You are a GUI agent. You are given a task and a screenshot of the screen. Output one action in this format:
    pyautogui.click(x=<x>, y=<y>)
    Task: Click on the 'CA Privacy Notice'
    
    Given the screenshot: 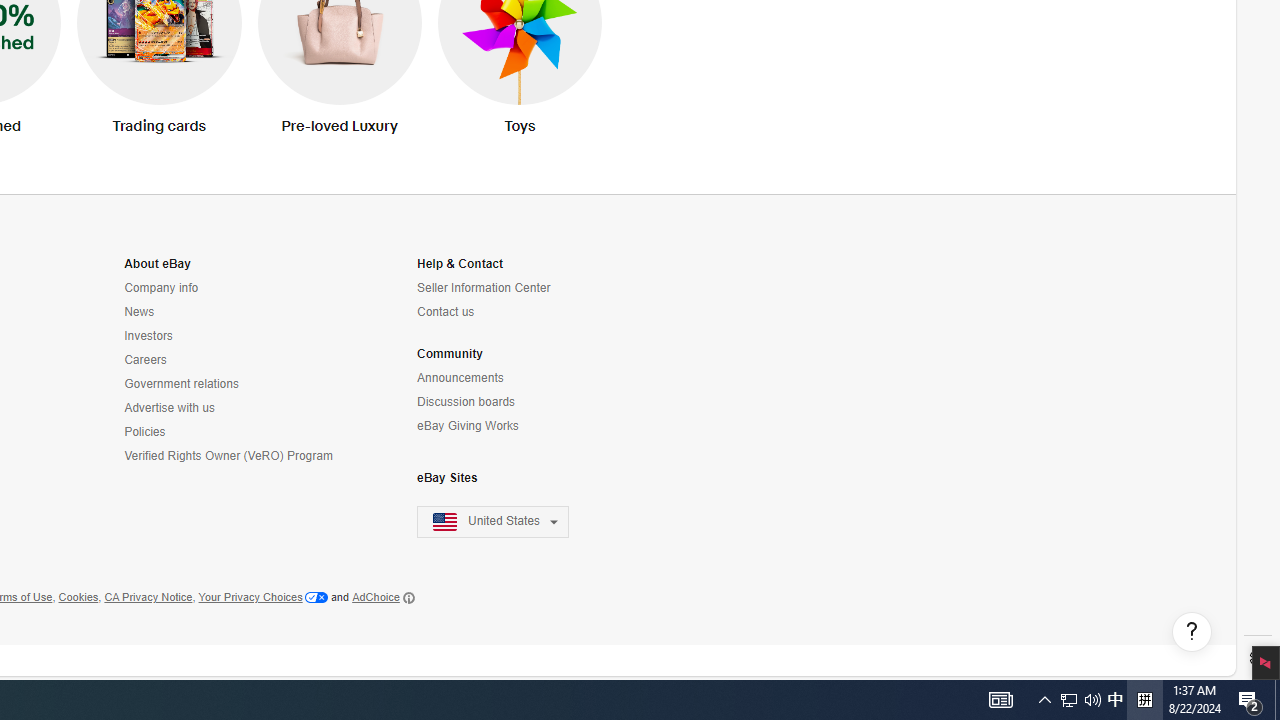 What is the action you would take?
    pyautogui.click(x=147, y=596)
    